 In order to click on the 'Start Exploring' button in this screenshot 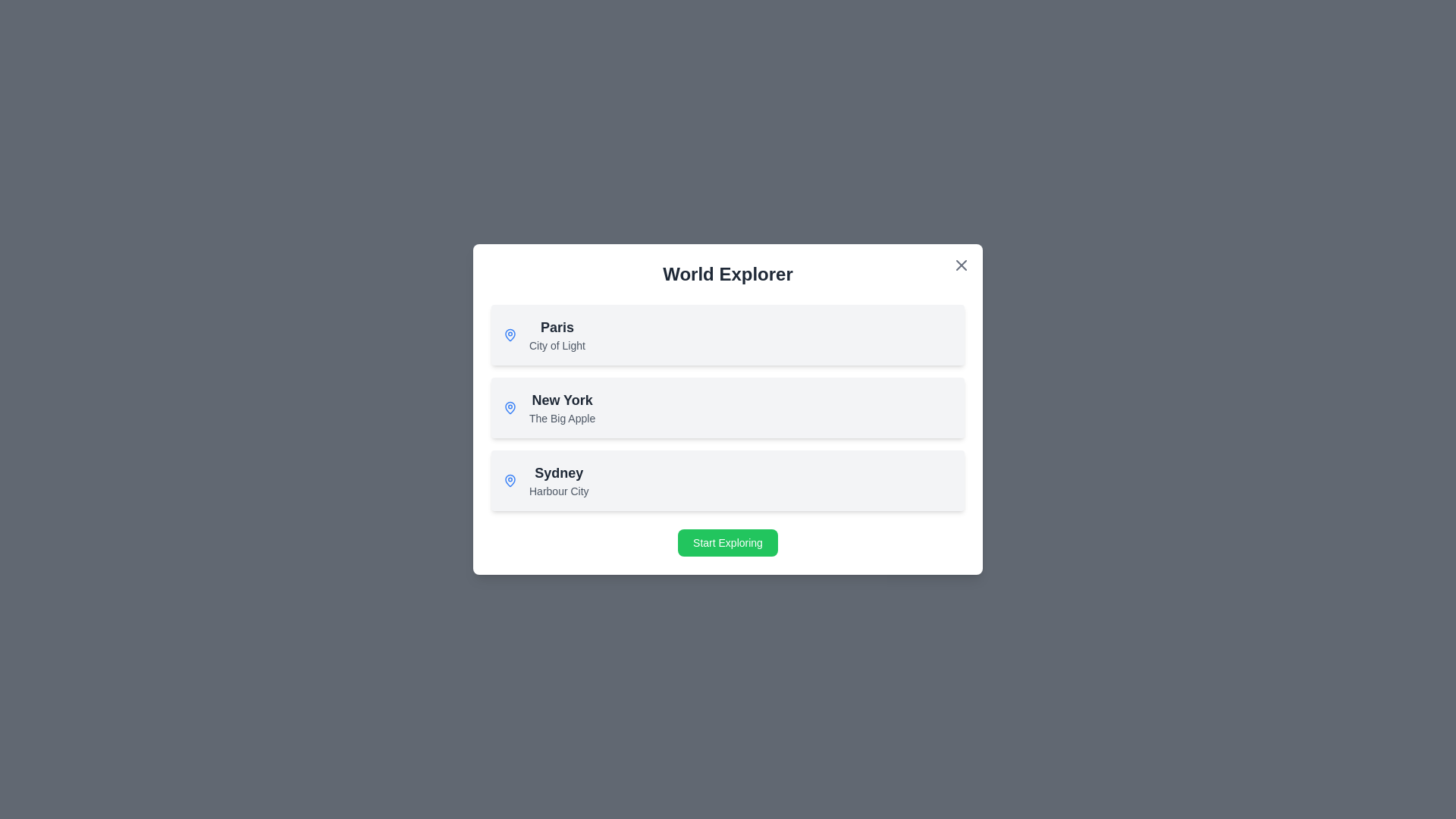, I will do `click(728, 542)`.